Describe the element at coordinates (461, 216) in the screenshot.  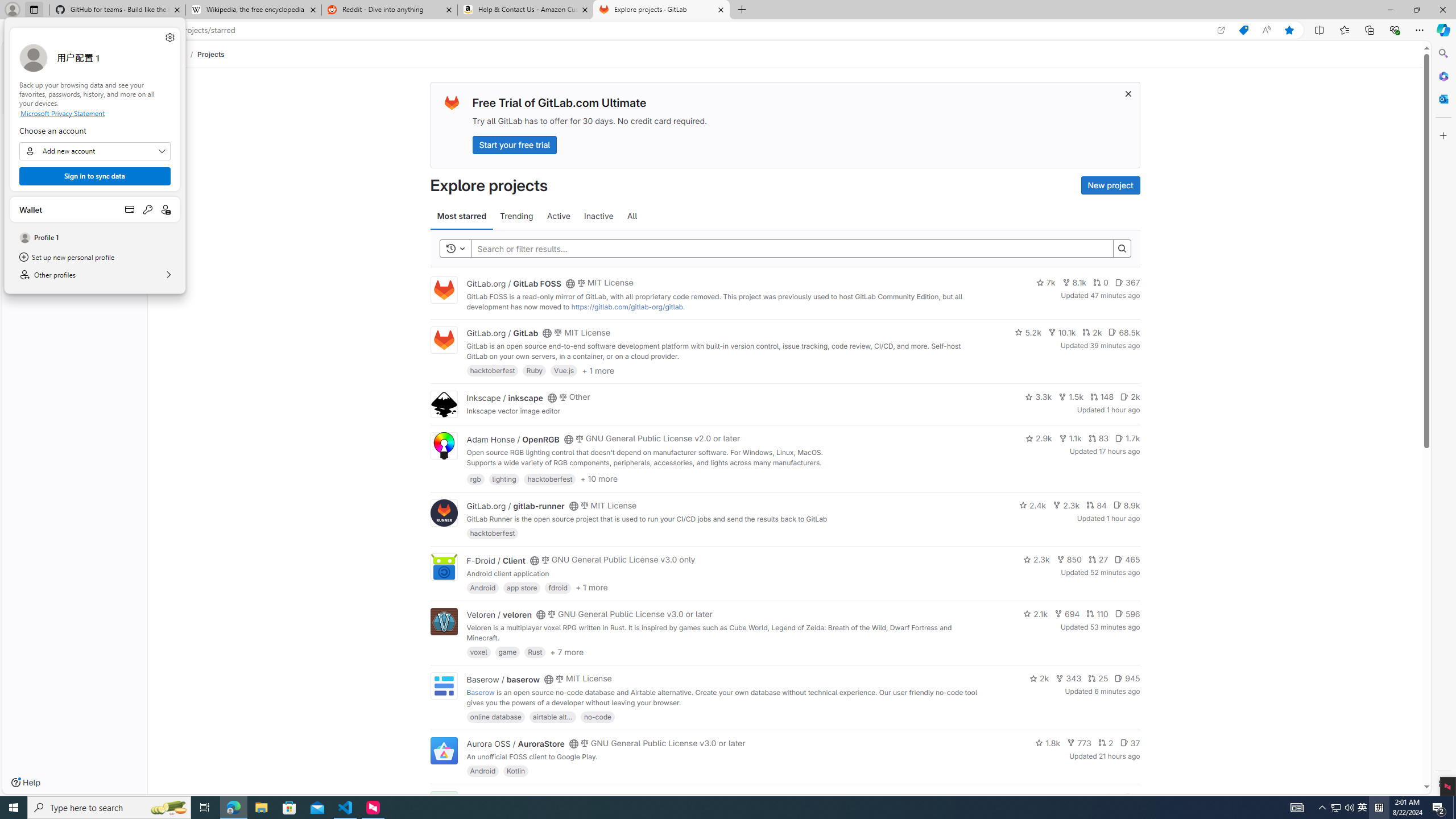
I see `'Most starred'` at that location.